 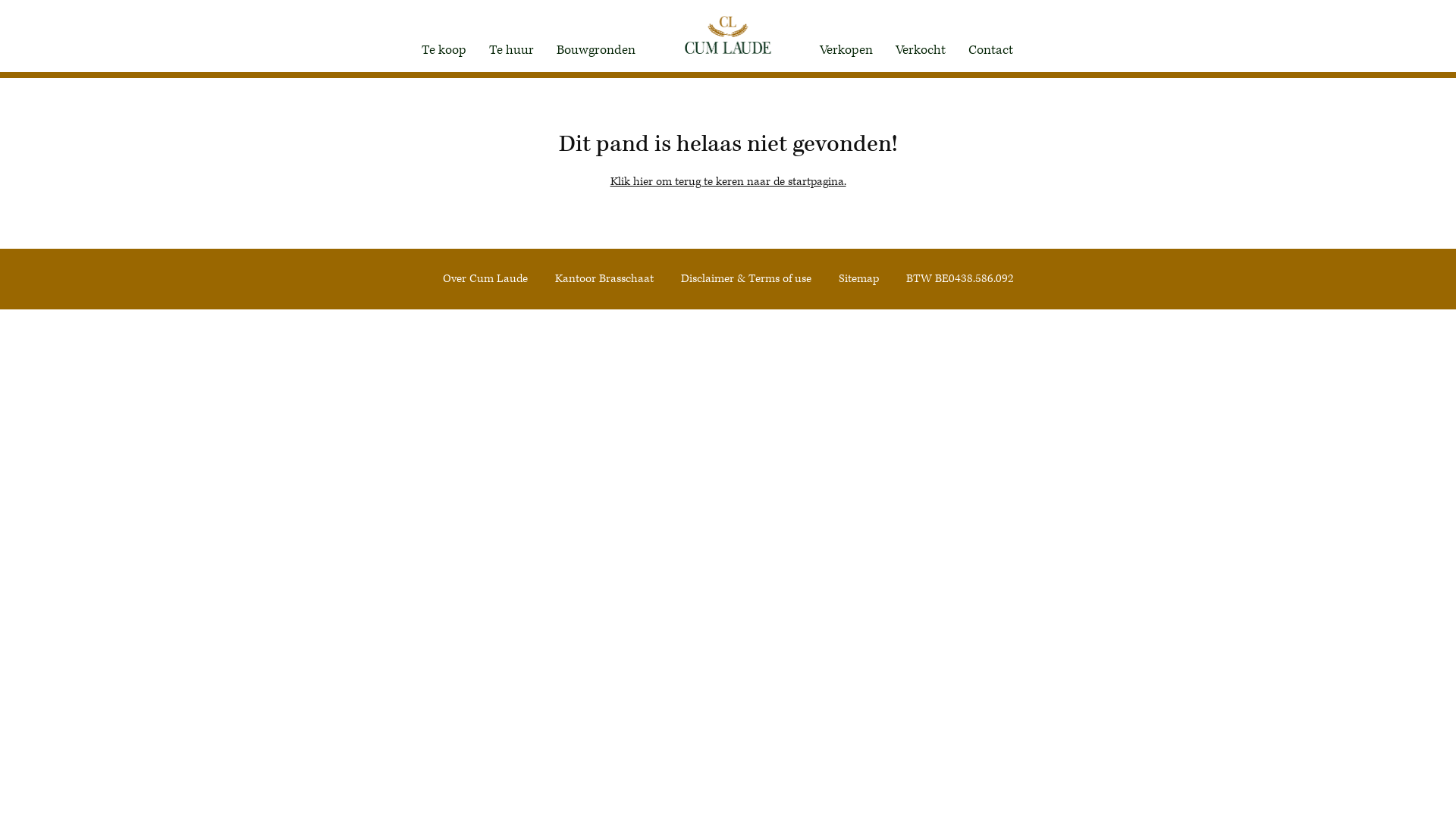 I want to click on 'Sitemap', so click(x=858, y=278).